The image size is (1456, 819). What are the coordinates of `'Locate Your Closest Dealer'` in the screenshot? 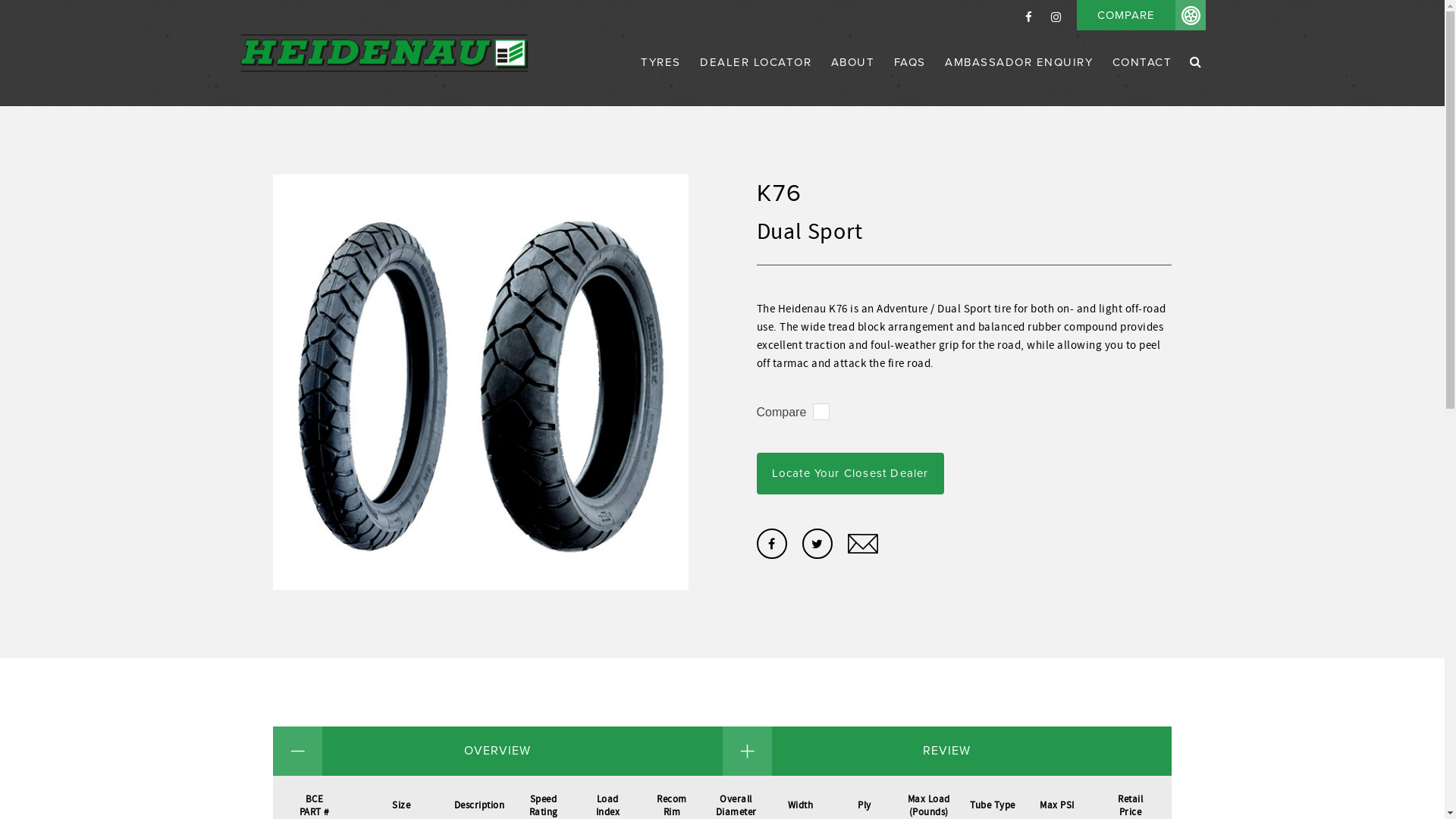 It's located at (757, 472).